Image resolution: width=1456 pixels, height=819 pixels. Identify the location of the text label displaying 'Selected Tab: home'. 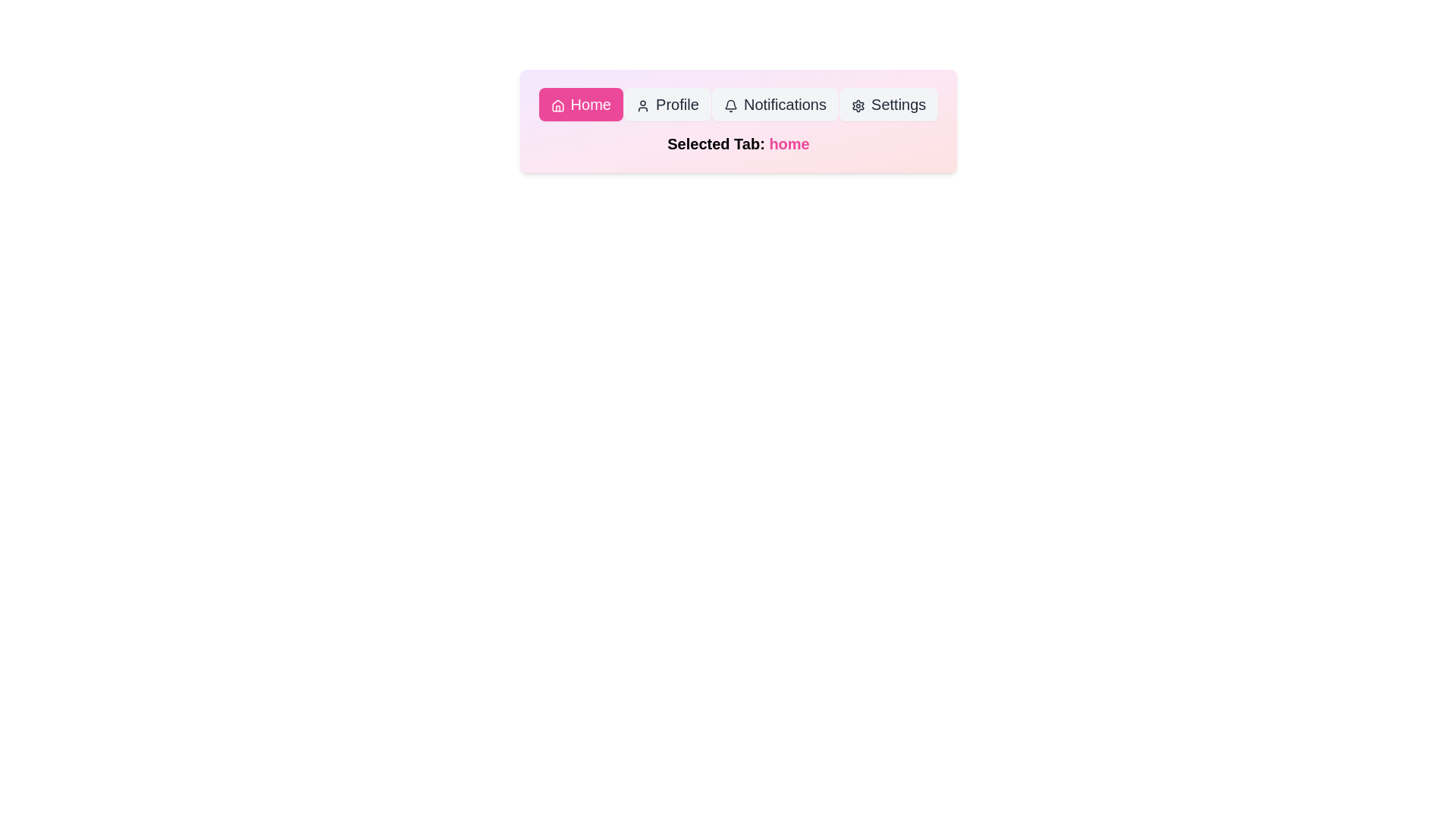
(739, 143).